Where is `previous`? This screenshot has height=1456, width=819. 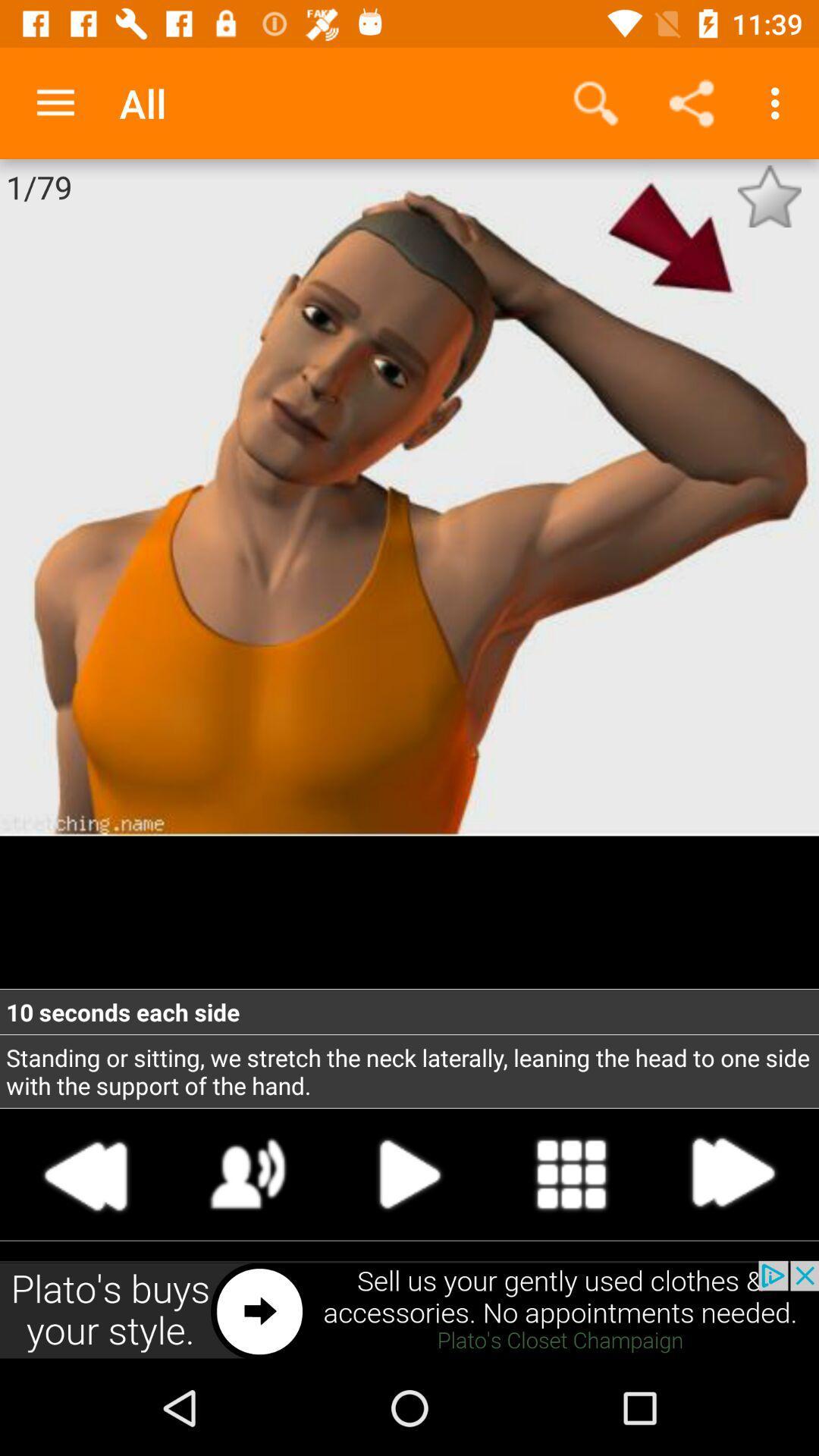 previous is located at coordinates (86, 1173).